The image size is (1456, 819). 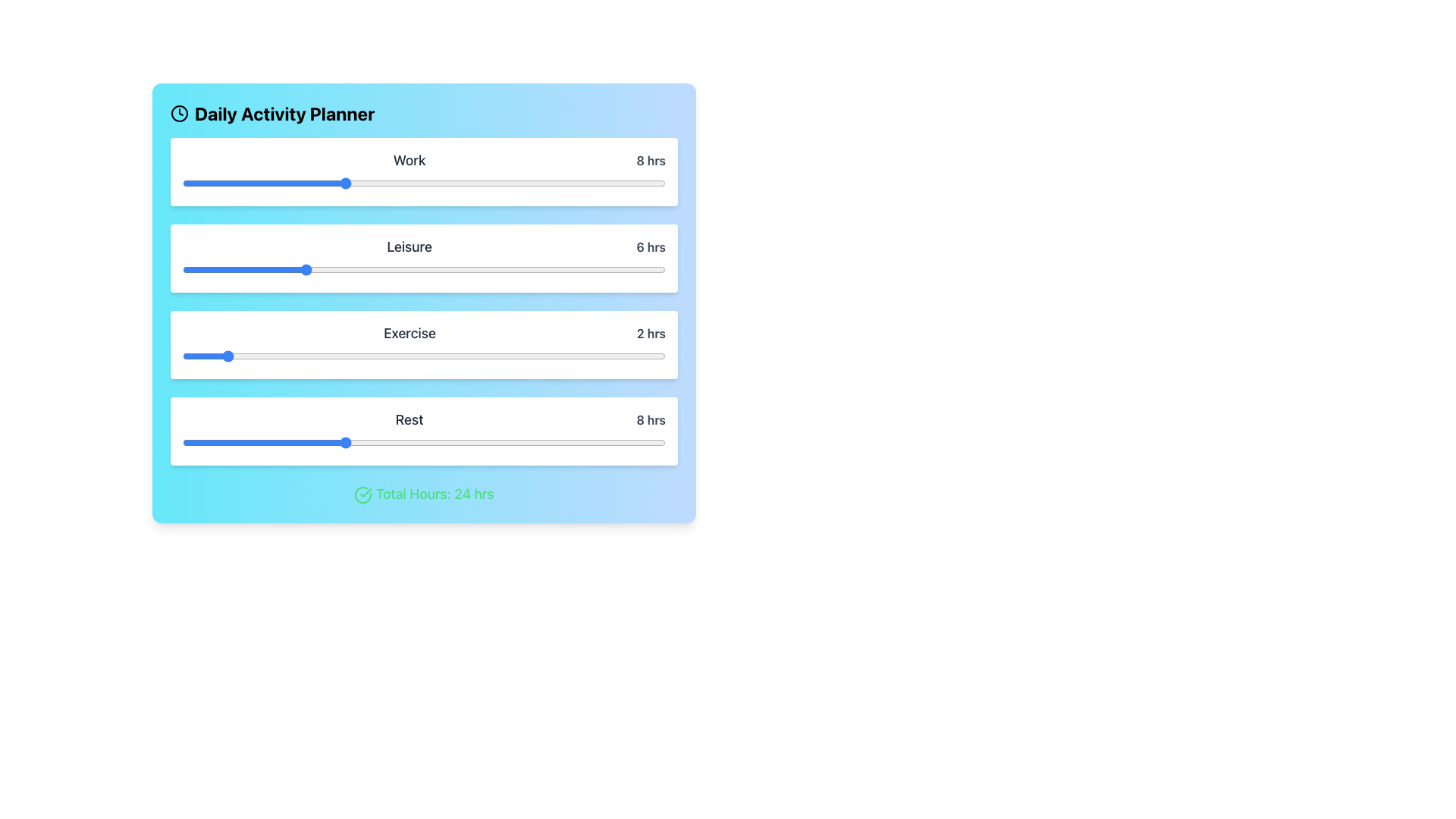 What do you see at coordinates (424, 332) in the screenshot?
I see `the 'Exercise' text display element in the Daily Activity Planner, which features 'Exercise' in a large dark font and '2 hrs' in a smaller bold gray font` at bounding box center [424, 332].